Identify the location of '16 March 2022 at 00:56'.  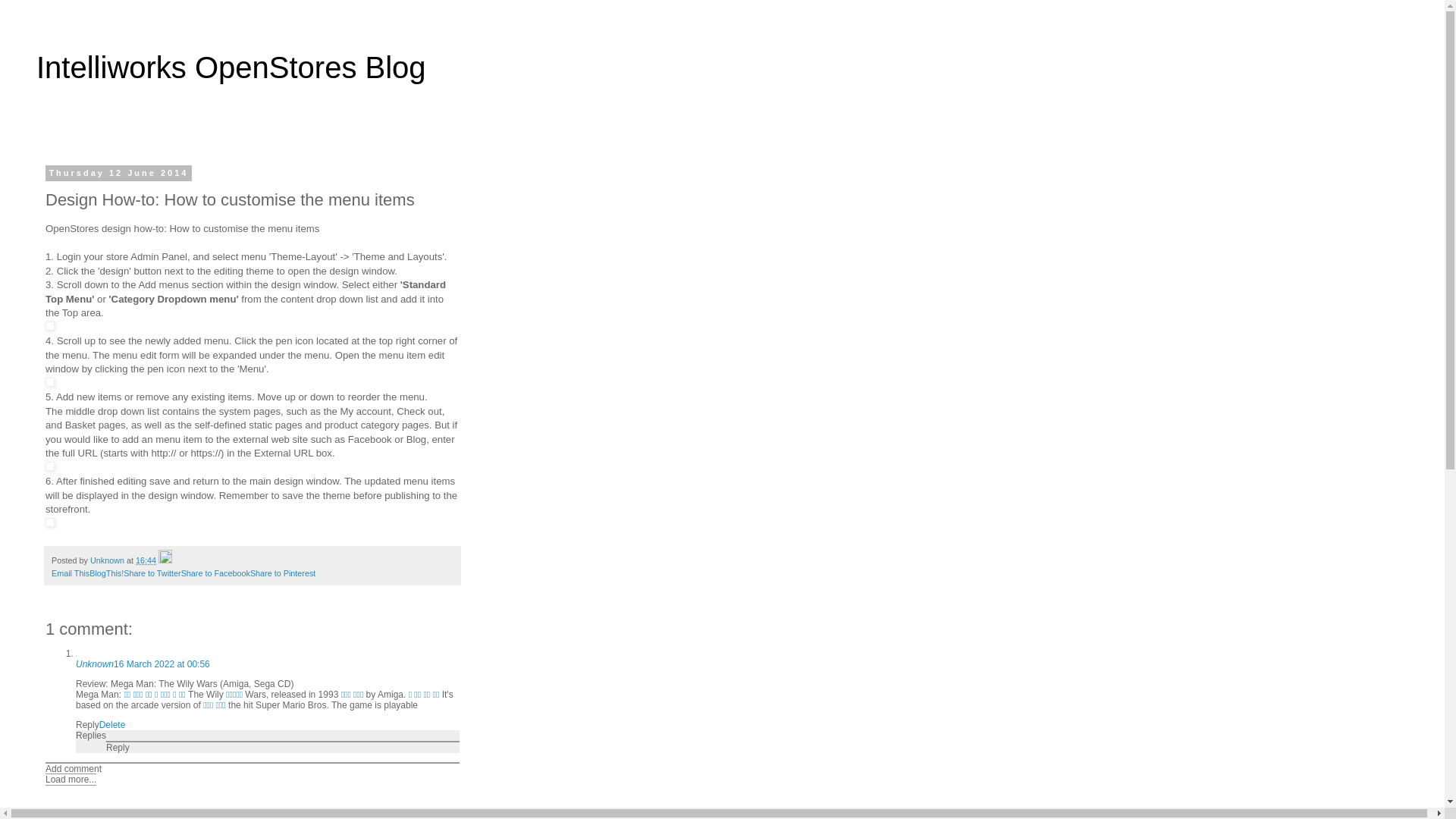
(162, 663).